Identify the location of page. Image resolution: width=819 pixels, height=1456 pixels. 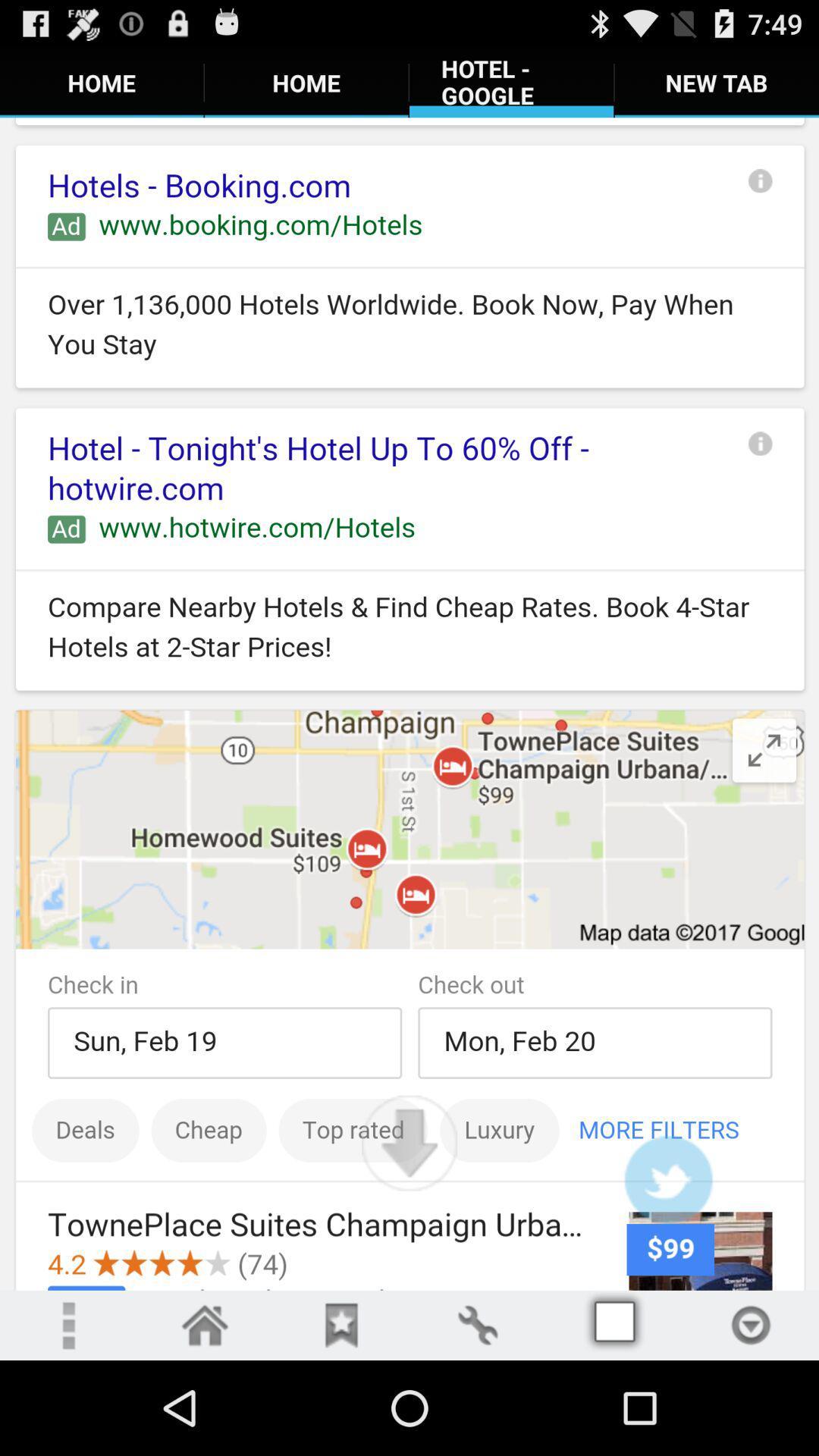
(341, 1324).